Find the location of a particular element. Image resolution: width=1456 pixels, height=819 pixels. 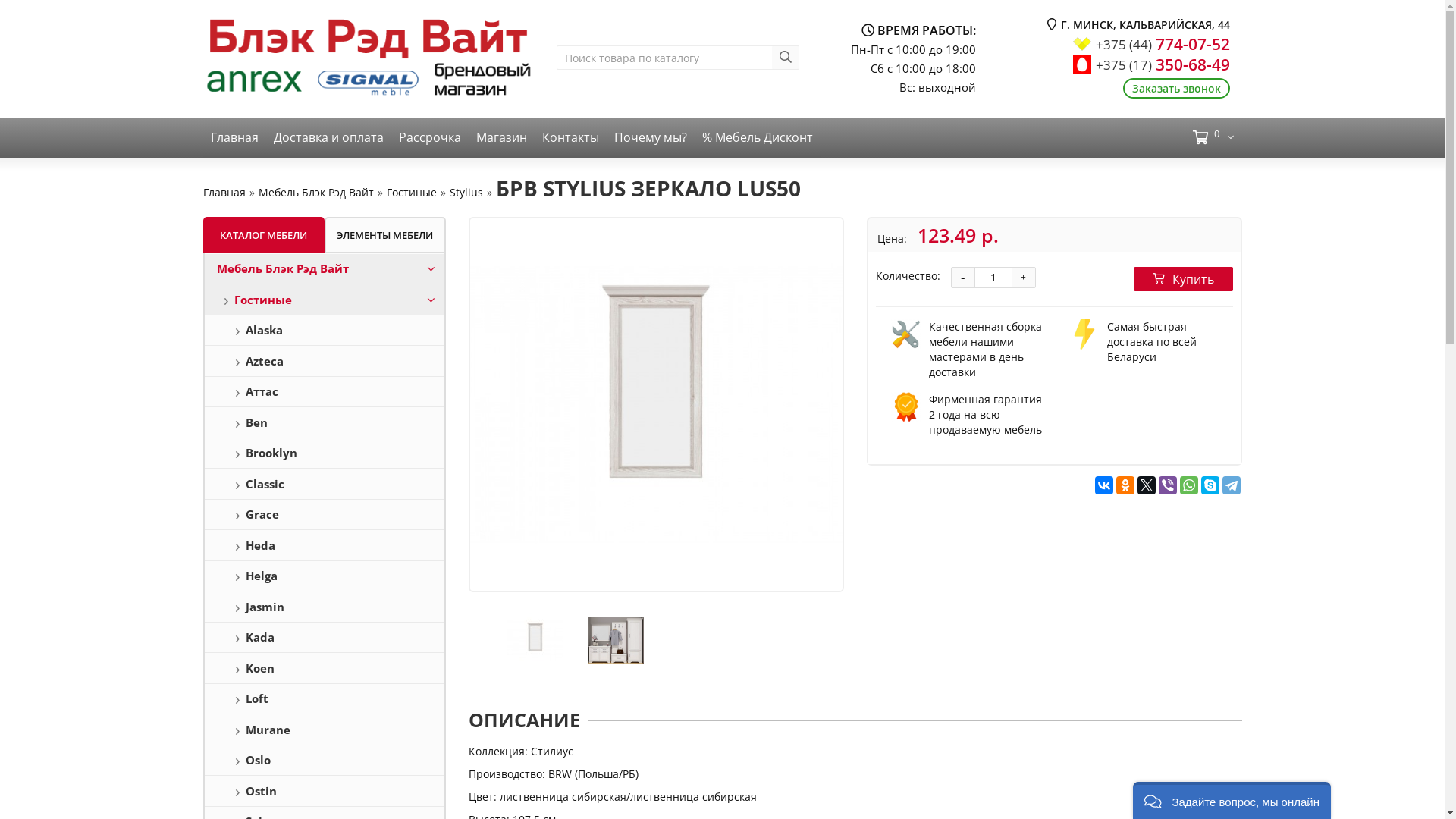

'Skype' is located at coordinates (1210, 485).